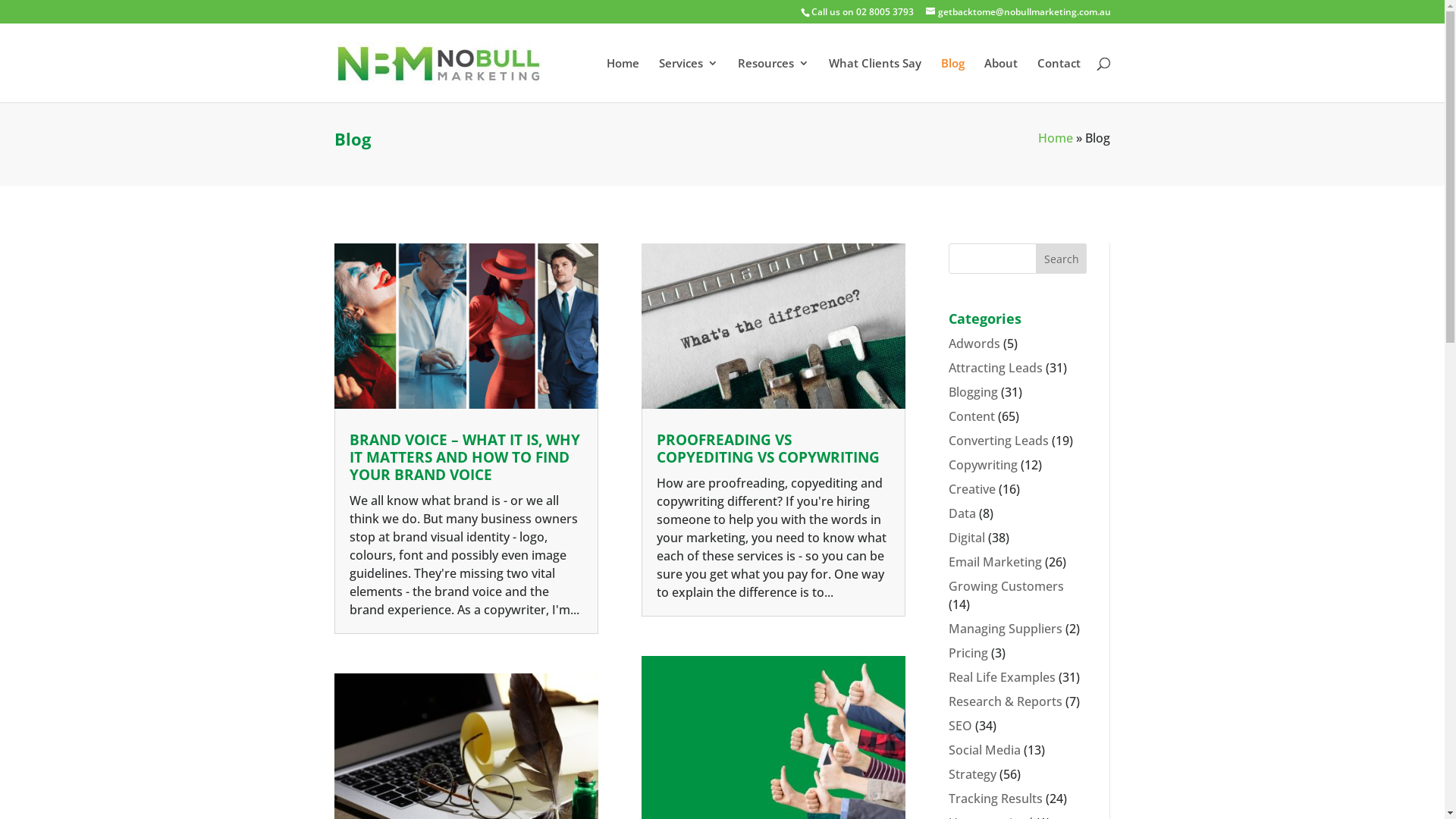  Describe the element at coordinates (971, 416) in the screenshot. I see `'Content'` at that location.